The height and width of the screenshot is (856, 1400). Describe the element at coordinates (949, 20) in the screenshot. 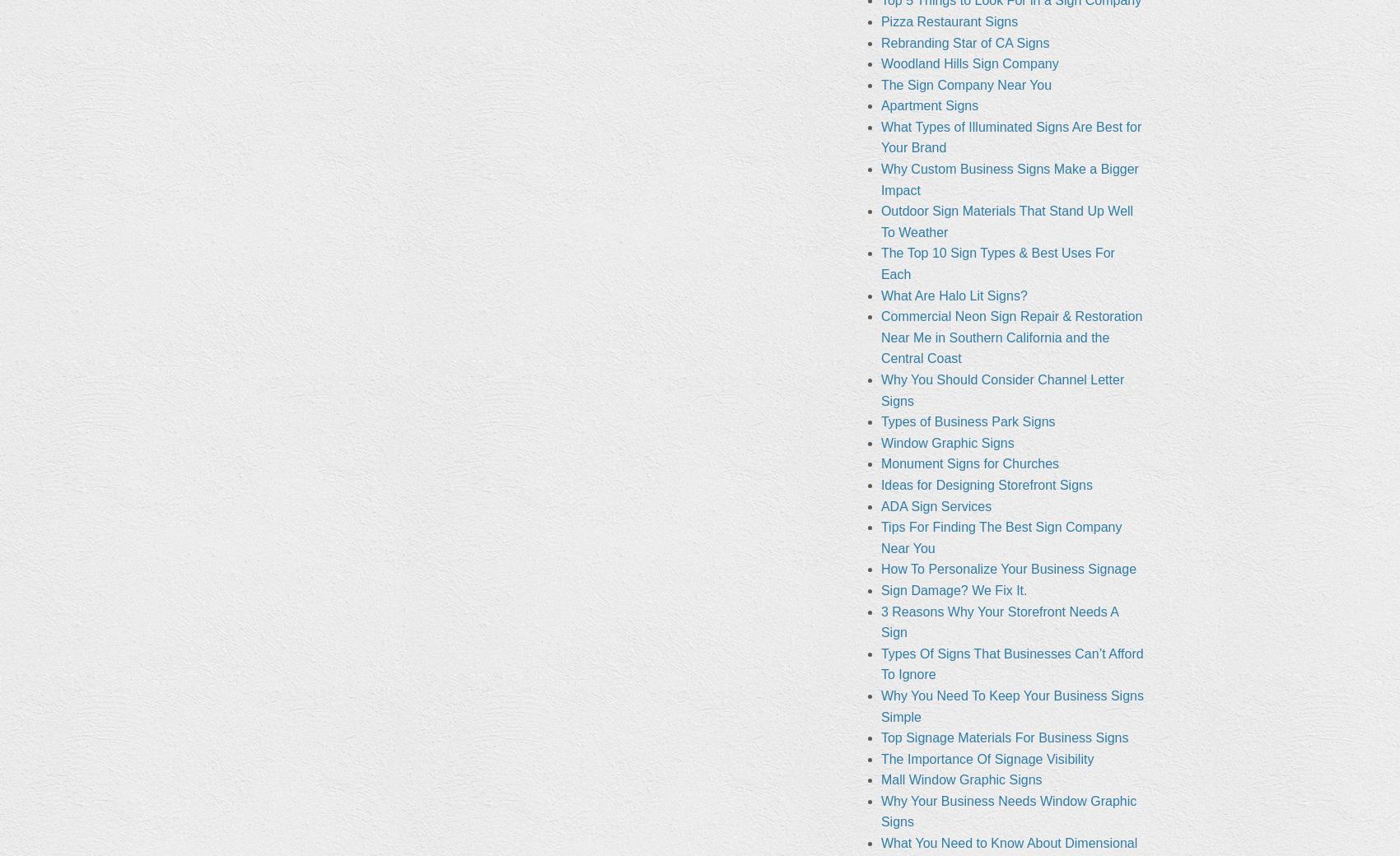

I see `'Pizza Restaurant Signs'` at that location.